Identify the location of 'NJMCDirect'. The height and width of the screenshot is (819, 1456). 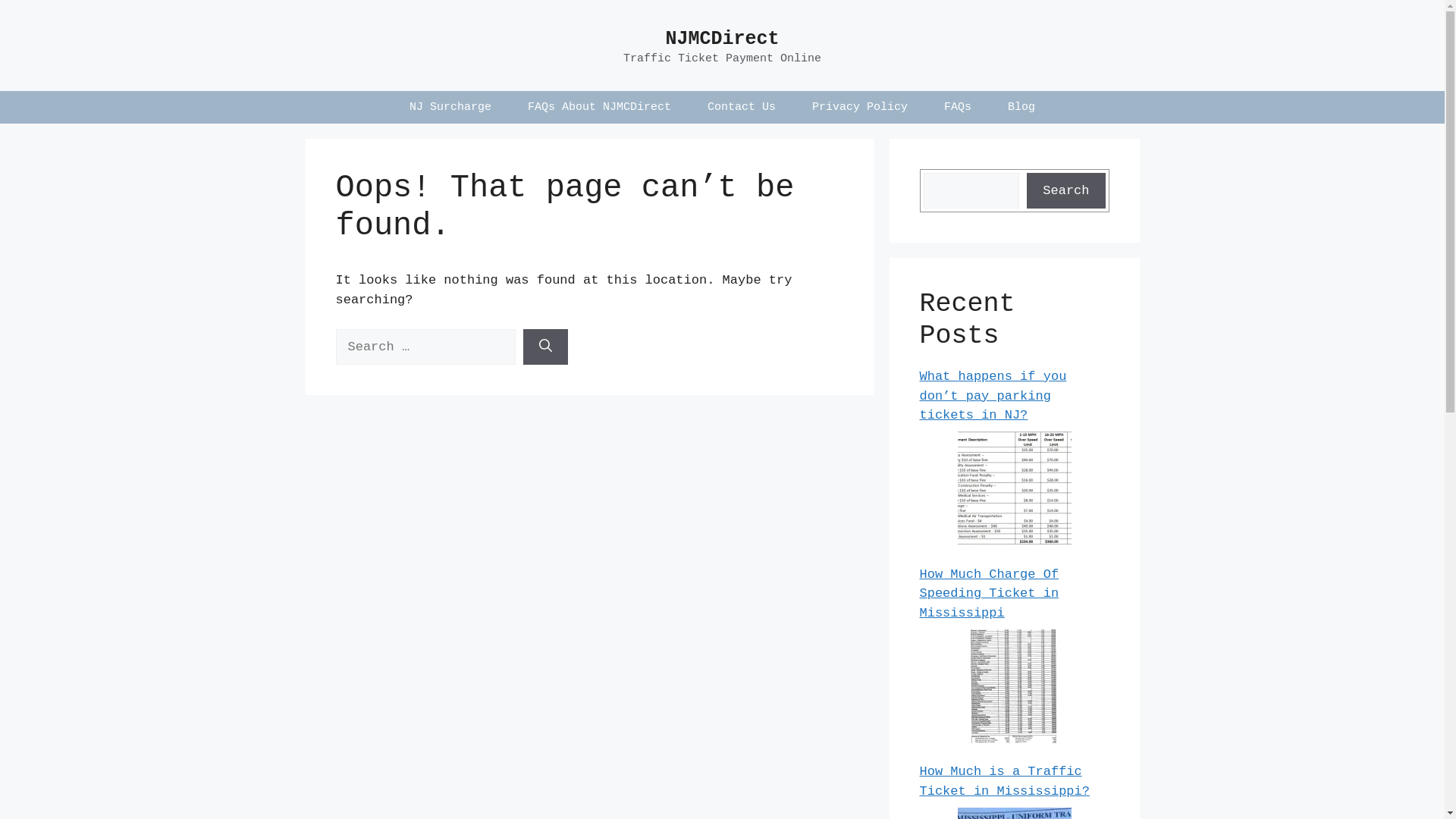
(720, 38).